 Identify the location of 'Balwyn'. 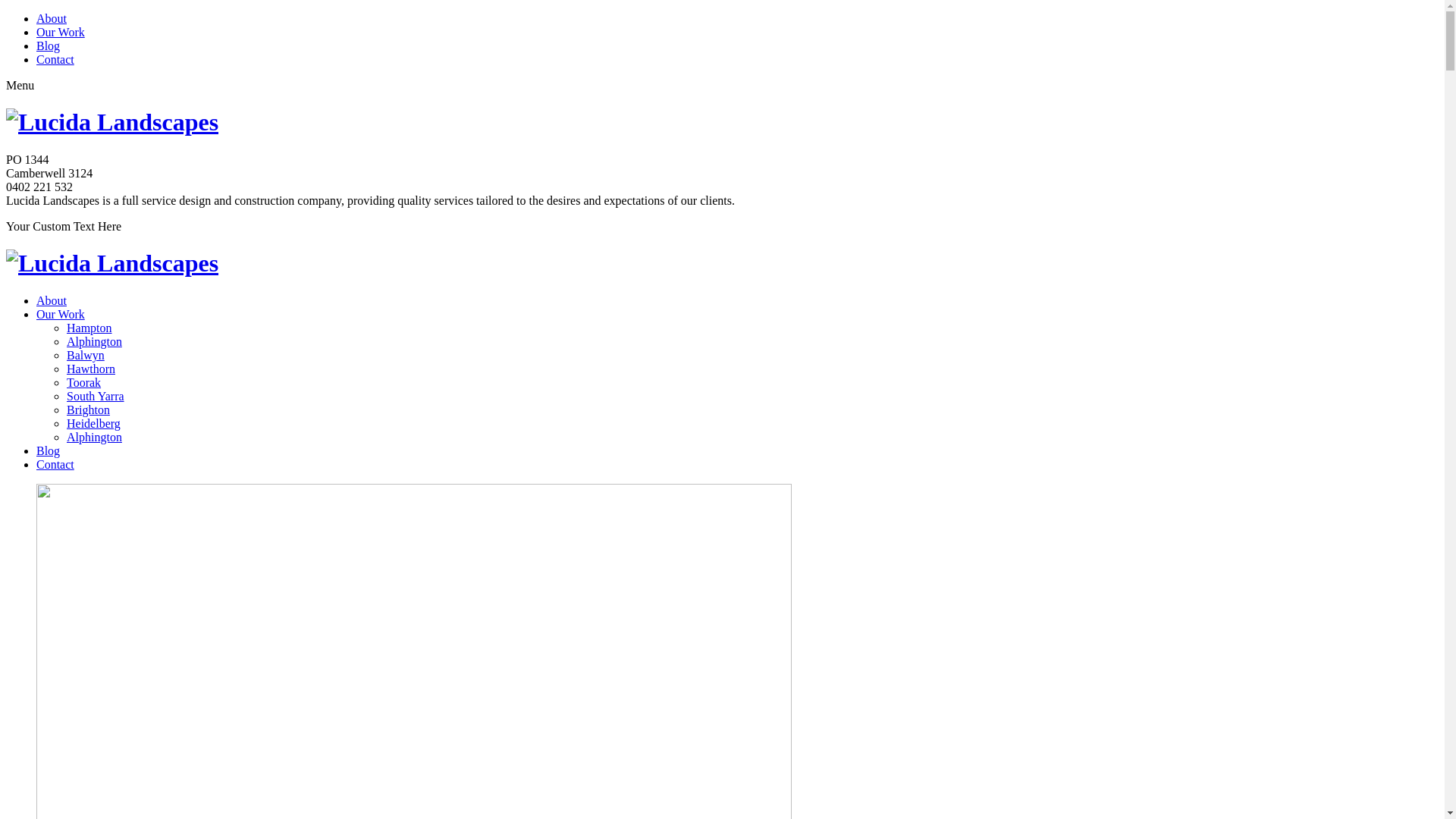
(85, 355).